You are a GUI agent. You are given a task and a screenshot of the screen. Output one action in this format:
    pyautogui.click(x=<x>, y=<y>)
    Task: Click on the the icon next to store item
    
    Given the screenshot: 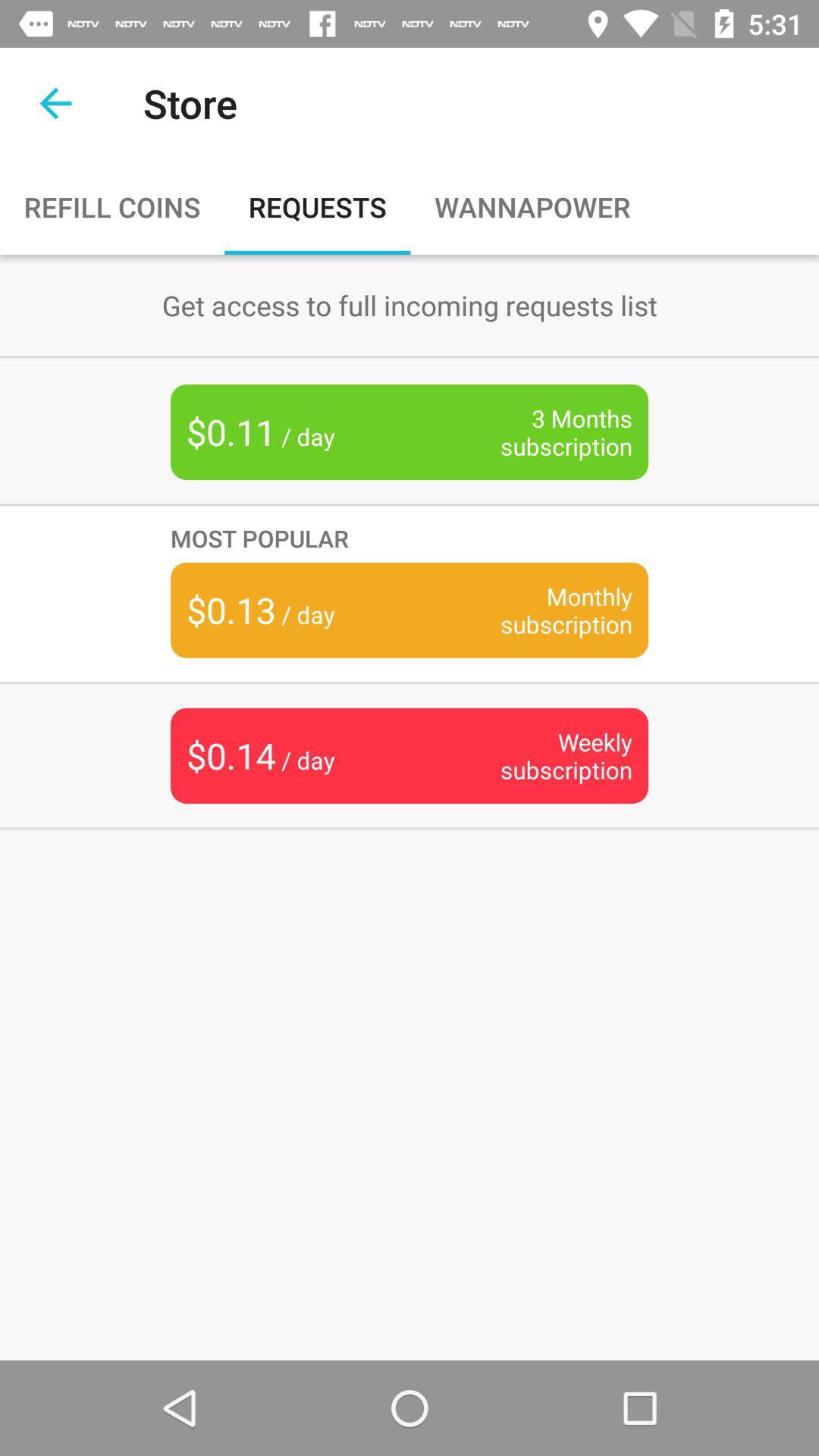 What is the action you would take?
    pyautogui.click(x=55, y=102)
    